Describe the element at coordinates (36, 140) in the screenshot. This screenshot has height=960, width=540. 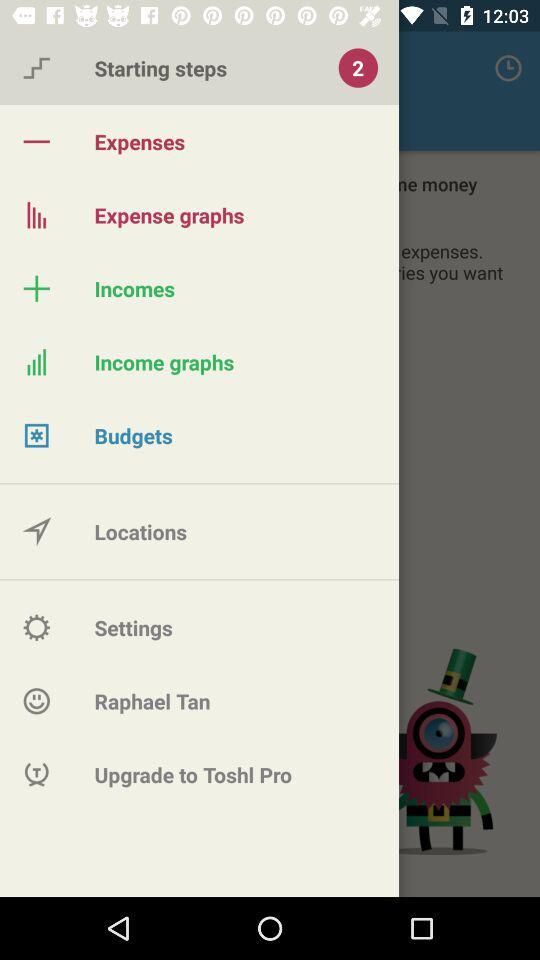
I see `icon left to the text expenses` at that location.